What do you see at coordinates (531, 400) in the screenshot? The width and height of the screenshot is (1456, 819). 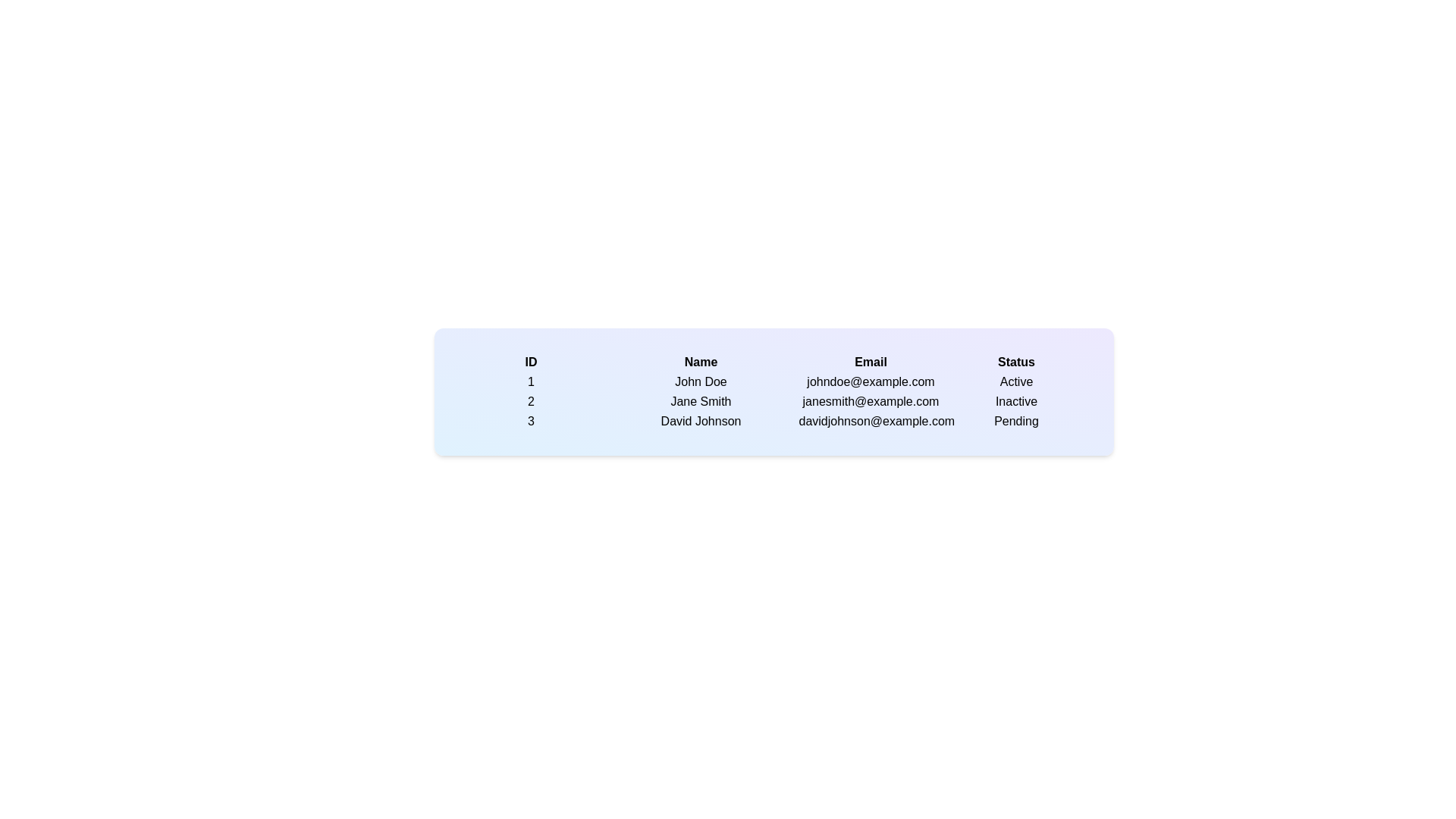 I see `the row corresponding to user 2` at bounding box center [531, 400].